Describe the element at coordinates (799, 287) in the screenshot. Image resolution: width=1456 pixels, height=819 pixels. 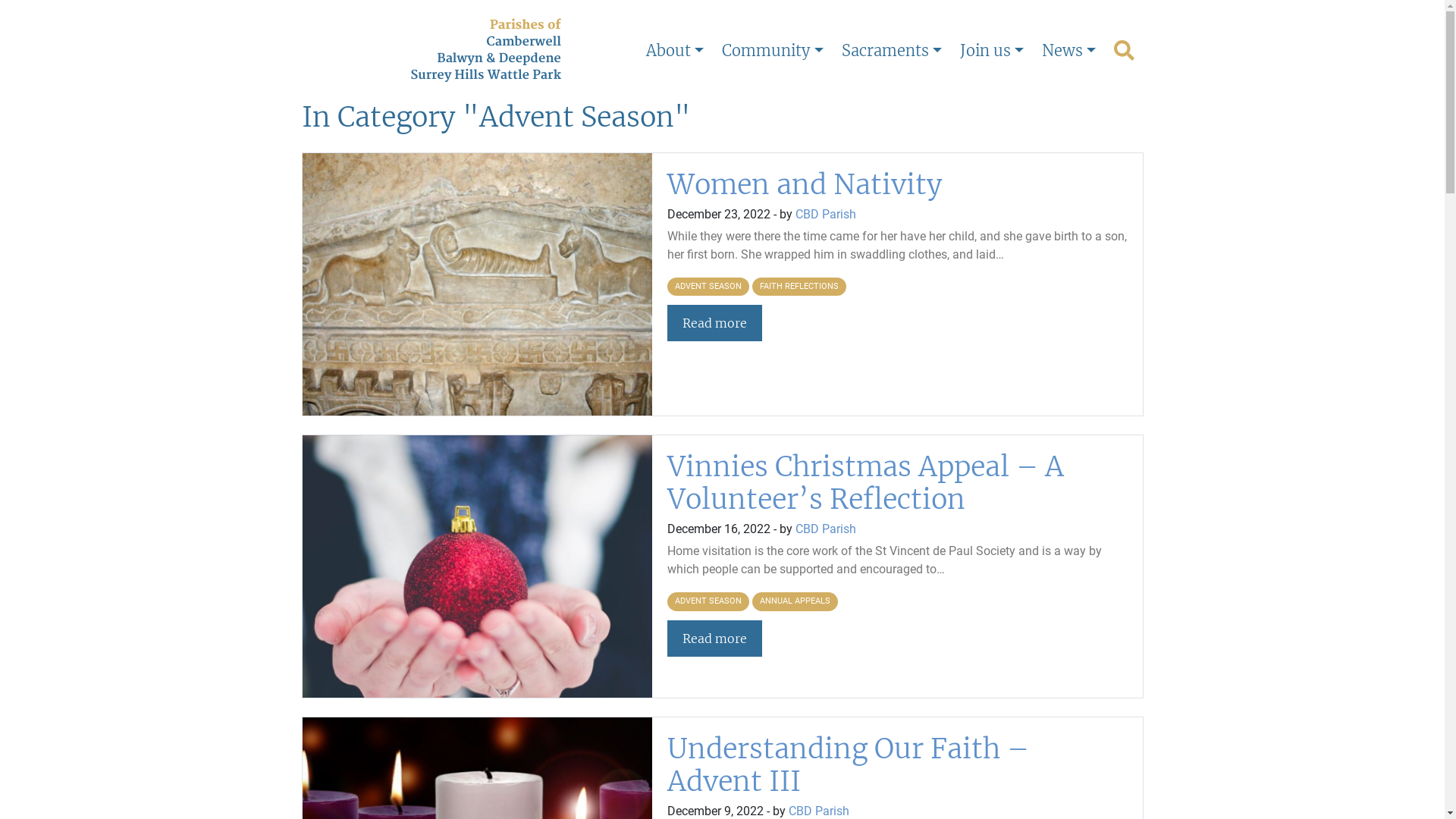
I see `'FAITH REFLECTIONS'` at that location.